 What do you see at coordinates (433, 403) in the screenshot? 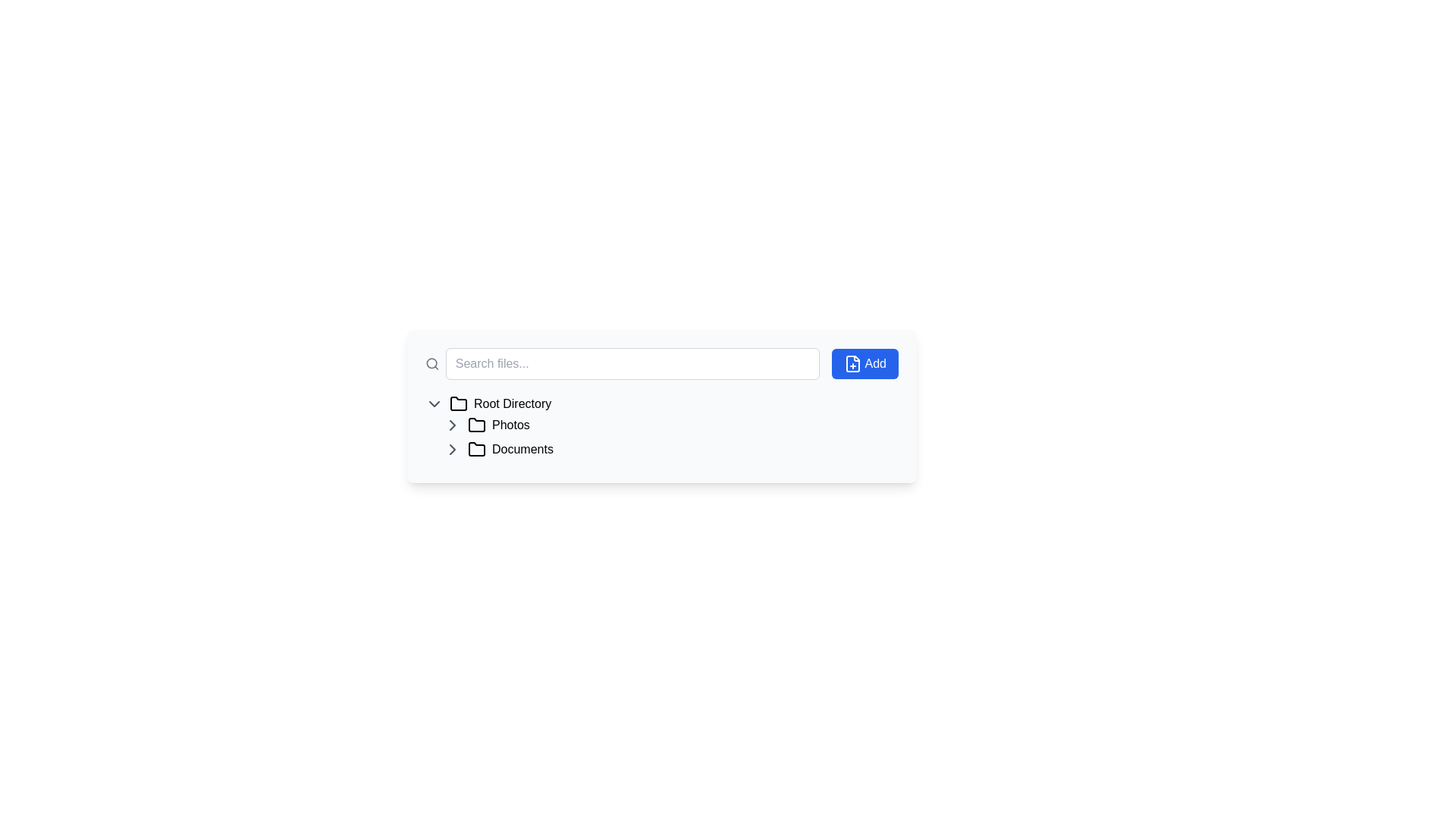
I see `the Dropdown toggle icon located at the far left of the 'Root Directory' row` at bounding box center [433, 403].